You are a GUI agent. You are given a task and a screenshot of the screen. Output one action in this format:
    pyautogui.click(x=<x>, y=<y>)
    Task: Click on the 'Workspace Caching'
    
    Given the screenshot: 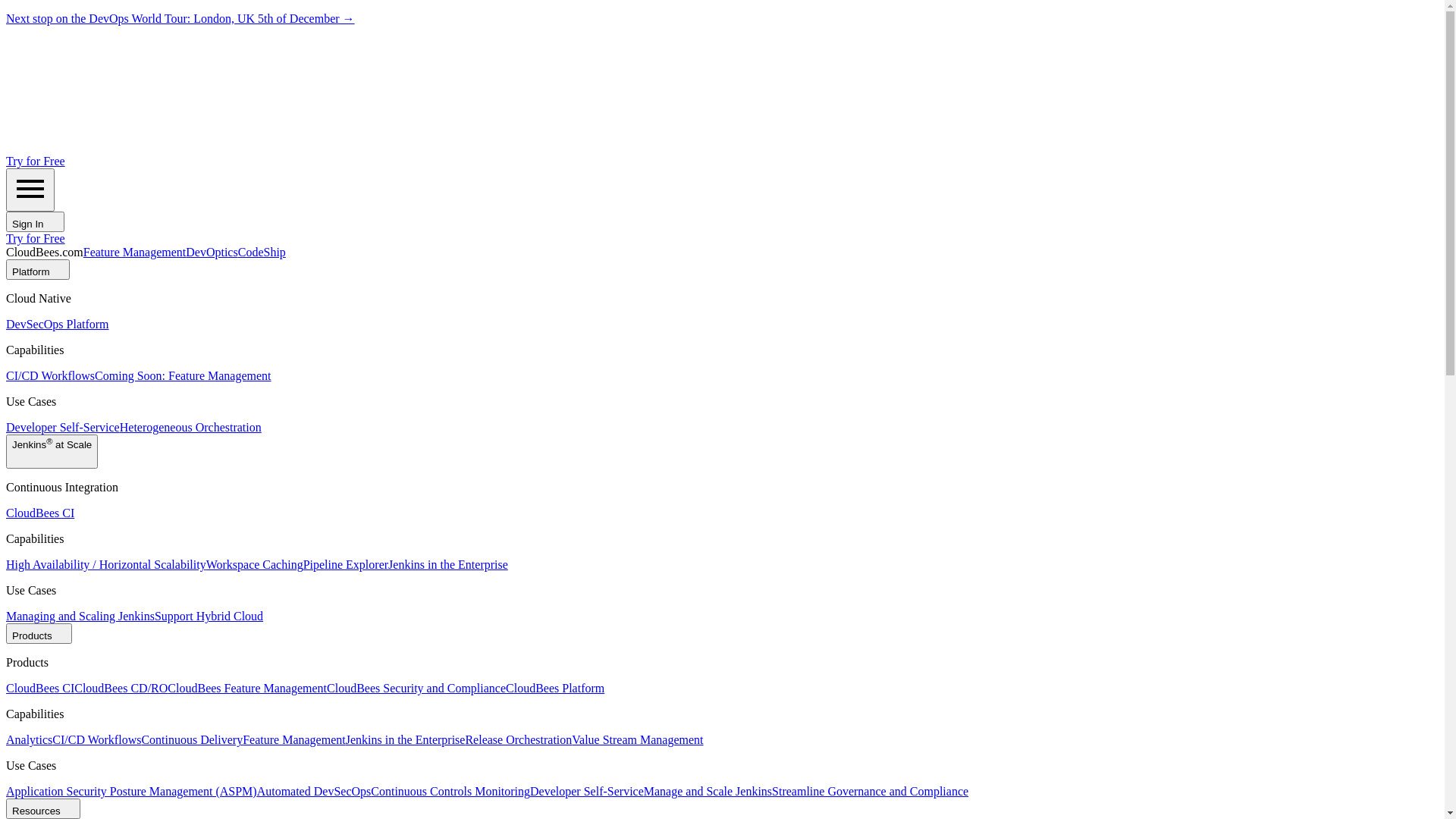 What is the action you would take?
    pyautogui.click(x=206, y=564)
    